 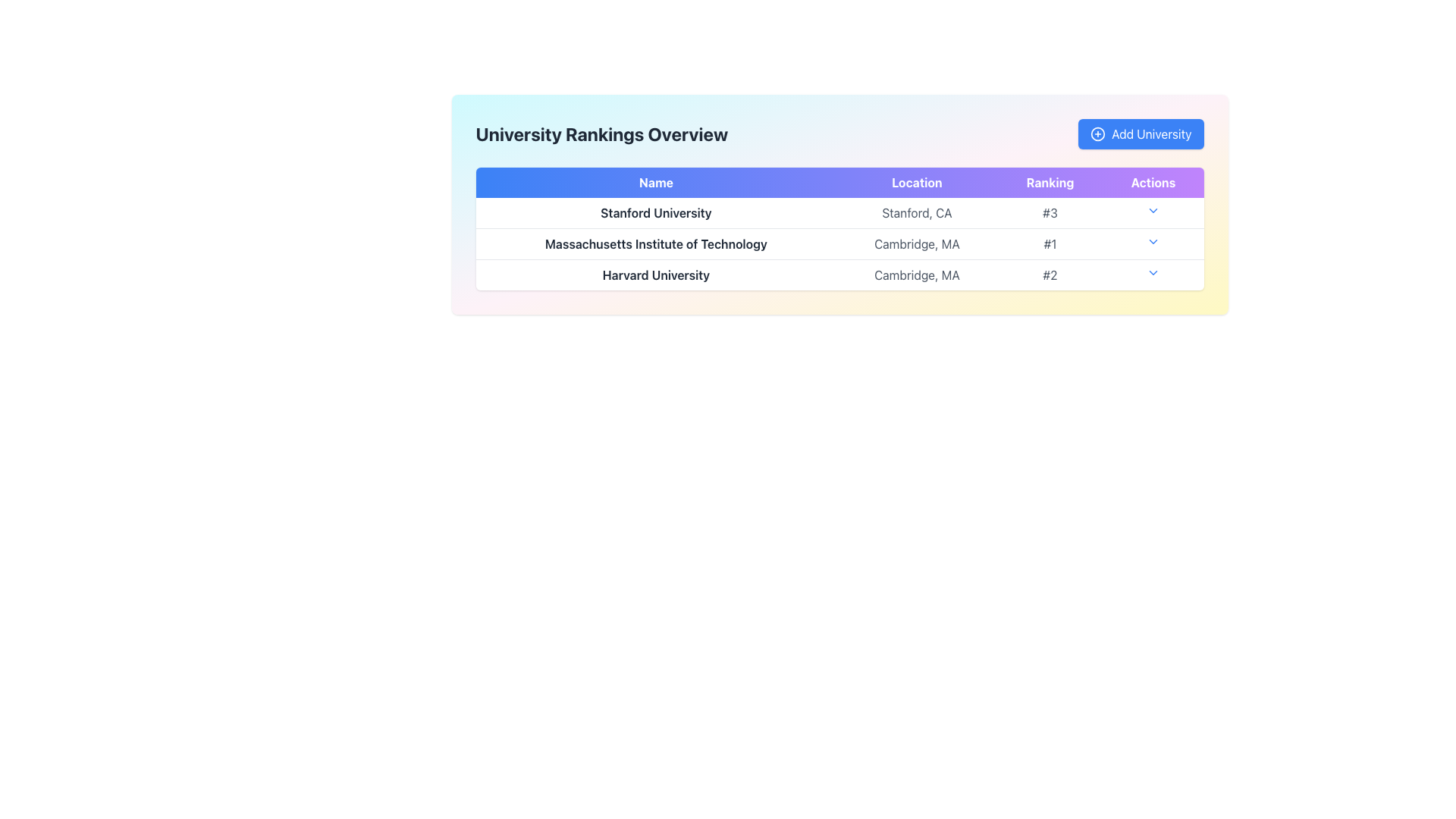 What do you see at coordinates (1050, 181) in the screenshot?
I see `the text label 'Ranking', which is centrally aligned with white text on a purple background, located in the upper center area of the interface` at bounding box center [1050, 181].